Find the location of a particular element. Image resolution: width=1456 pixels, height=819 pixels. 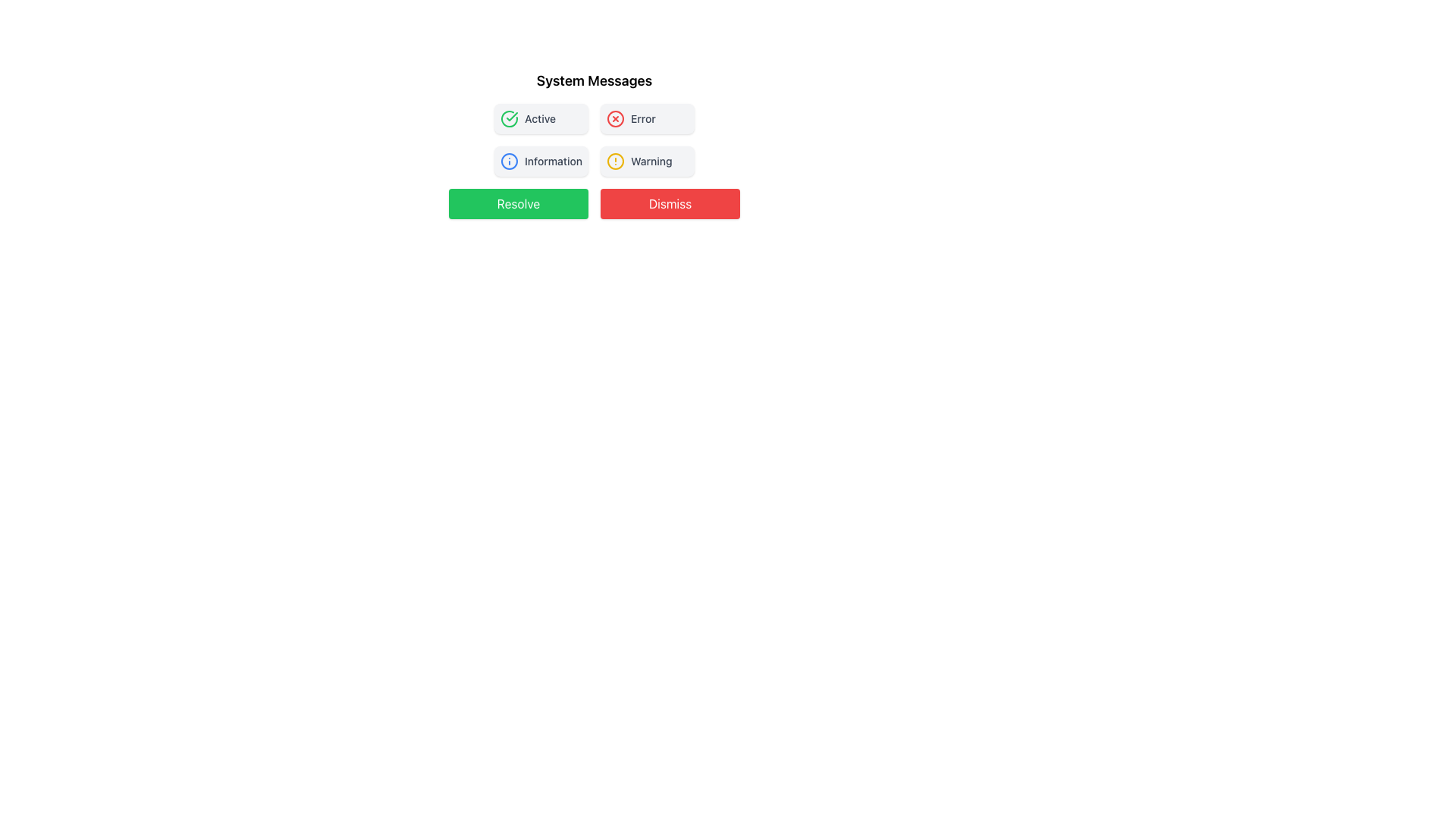

the interactive button located to the left of the 'Dismiss' button, which is positioned below a title and informational buttons is located at coordinates (519, 203).